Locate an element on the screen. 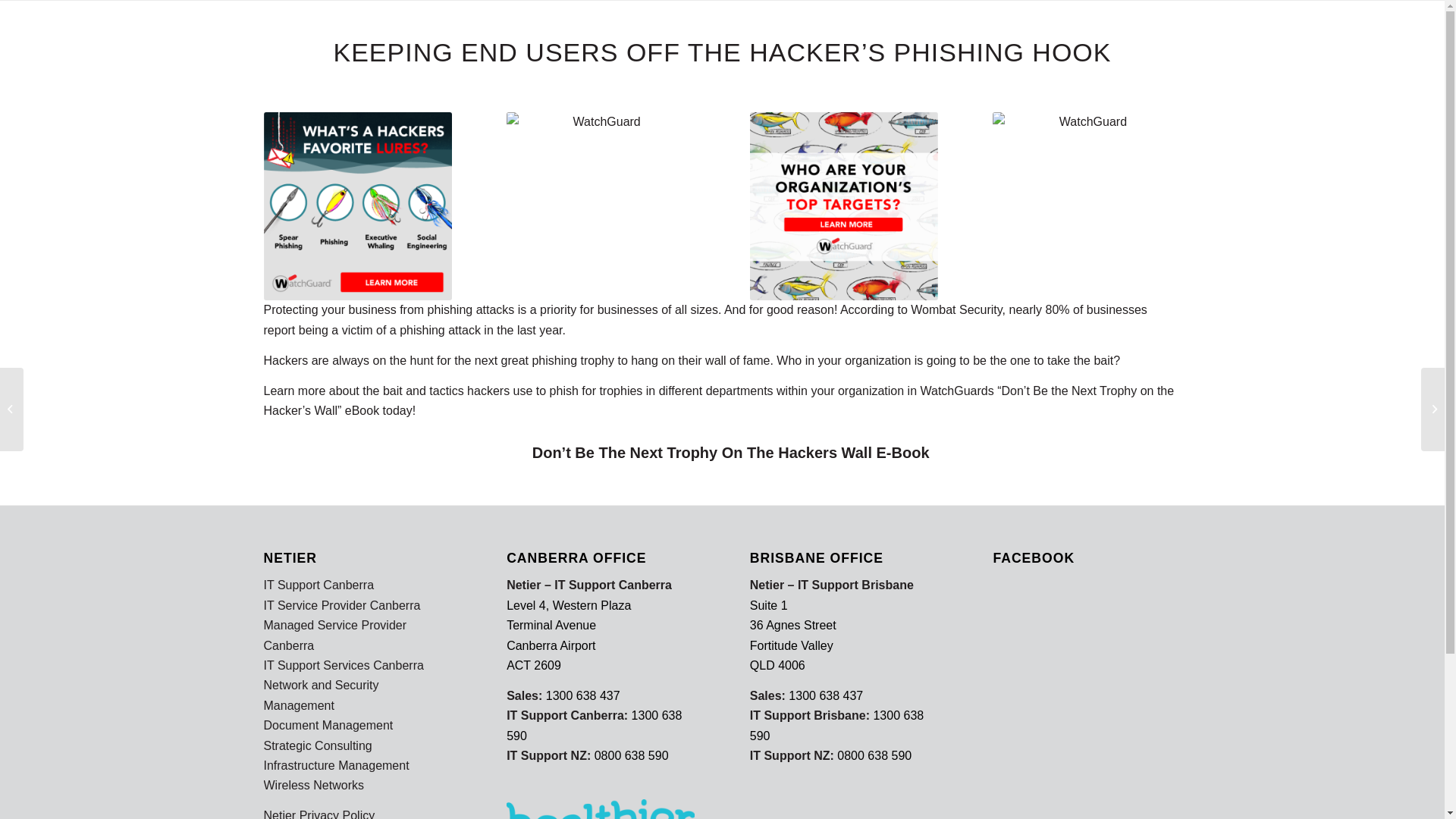 Image resolution: width=1456 pixels, height=819 pixels. 'WatchGuard' is located at coordinates (749, 206).